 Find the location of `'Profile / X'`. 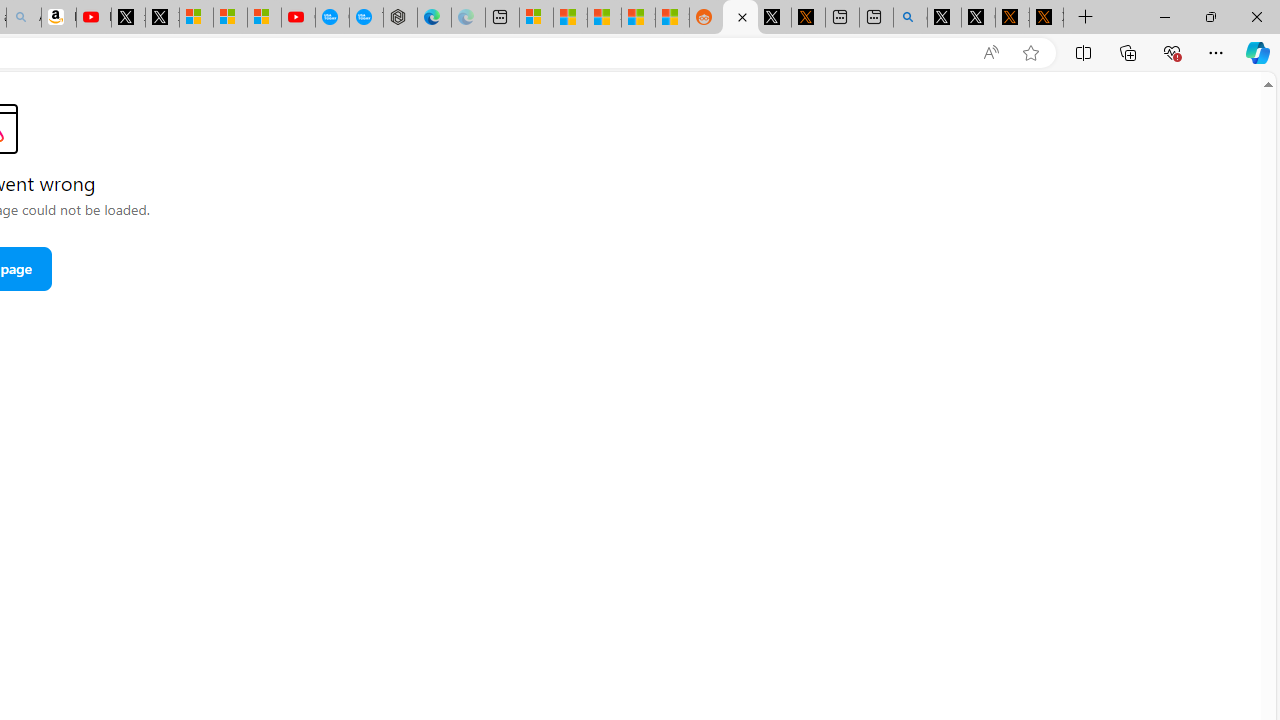

'Profile / X' is located at coordinates (943, 17).